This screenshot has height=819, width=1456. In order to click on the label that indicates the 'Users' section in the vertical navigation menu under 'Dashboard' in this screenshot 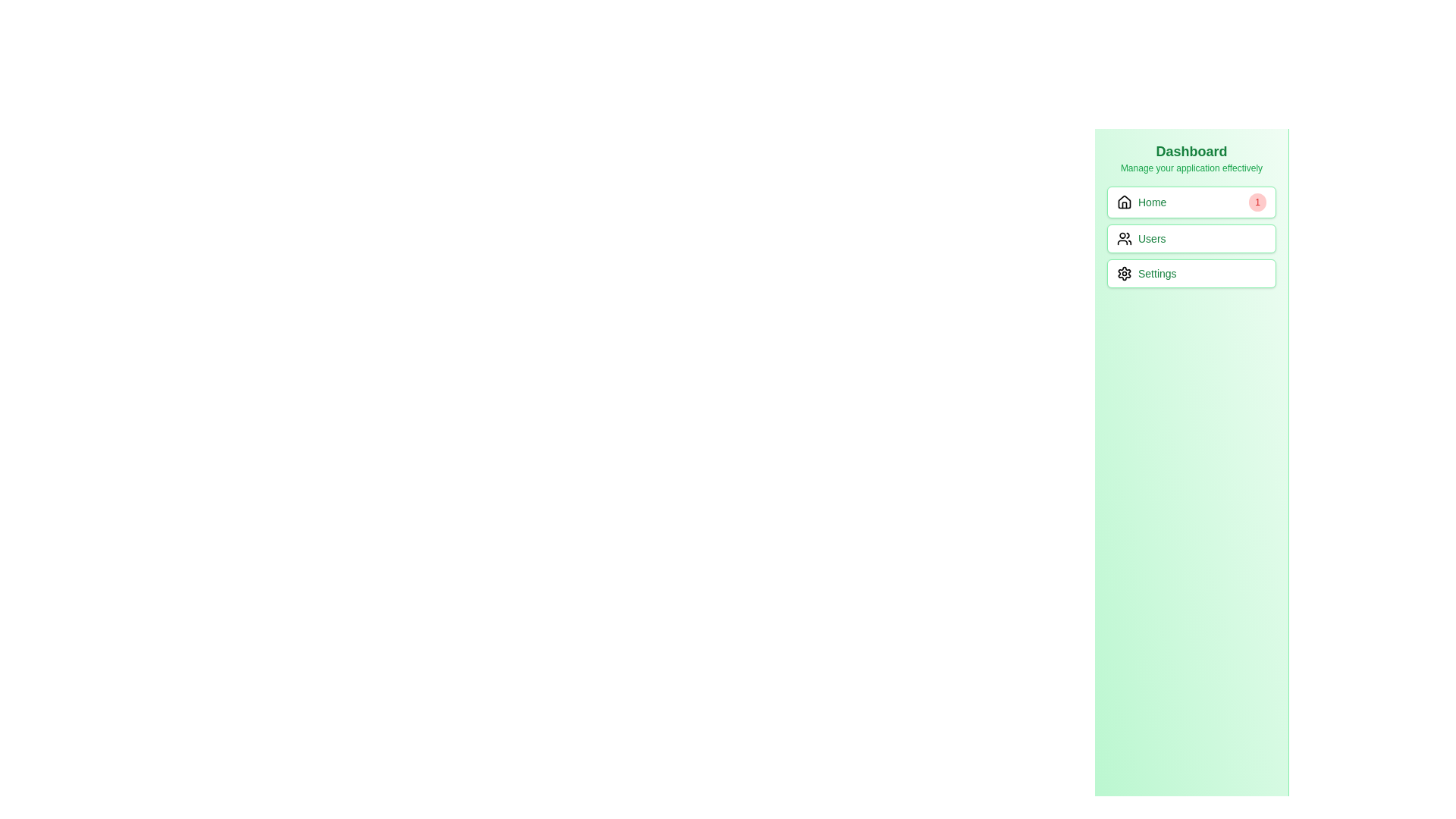, I will do `click(1152, 239)`.